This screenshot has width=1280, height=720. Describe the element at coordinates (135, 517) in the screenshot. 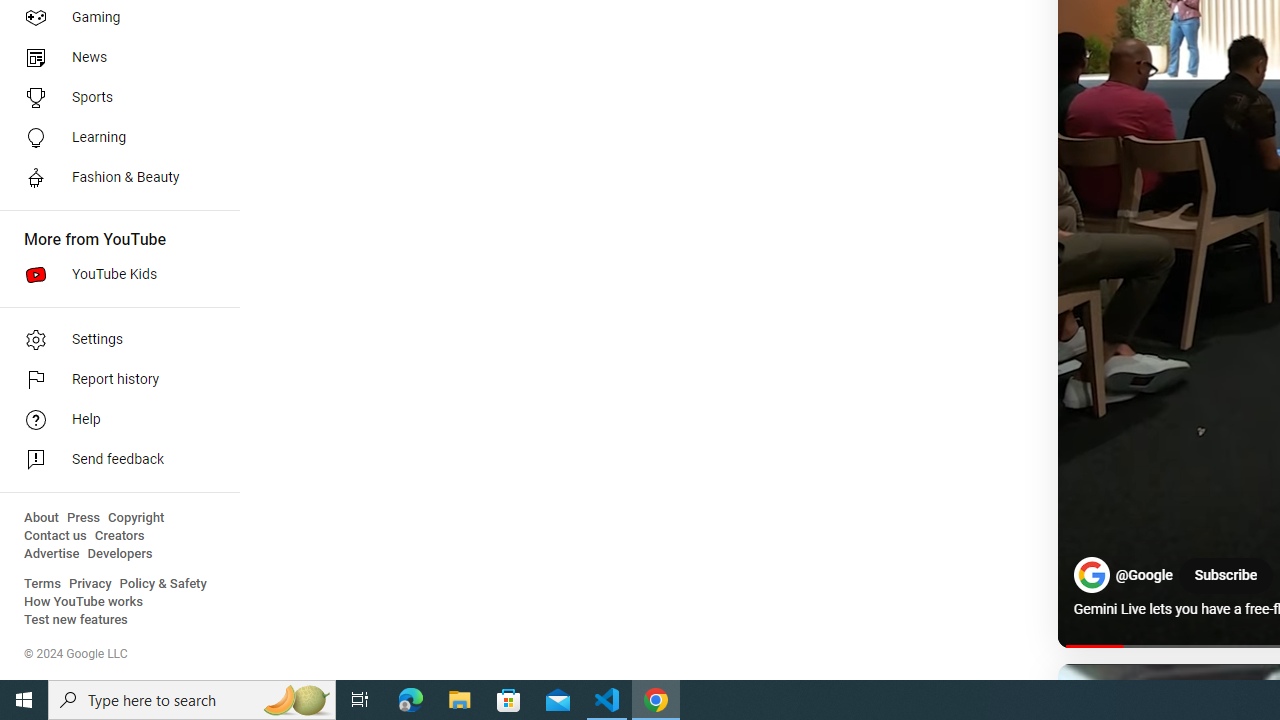

I see `'Copyright'` at that location.